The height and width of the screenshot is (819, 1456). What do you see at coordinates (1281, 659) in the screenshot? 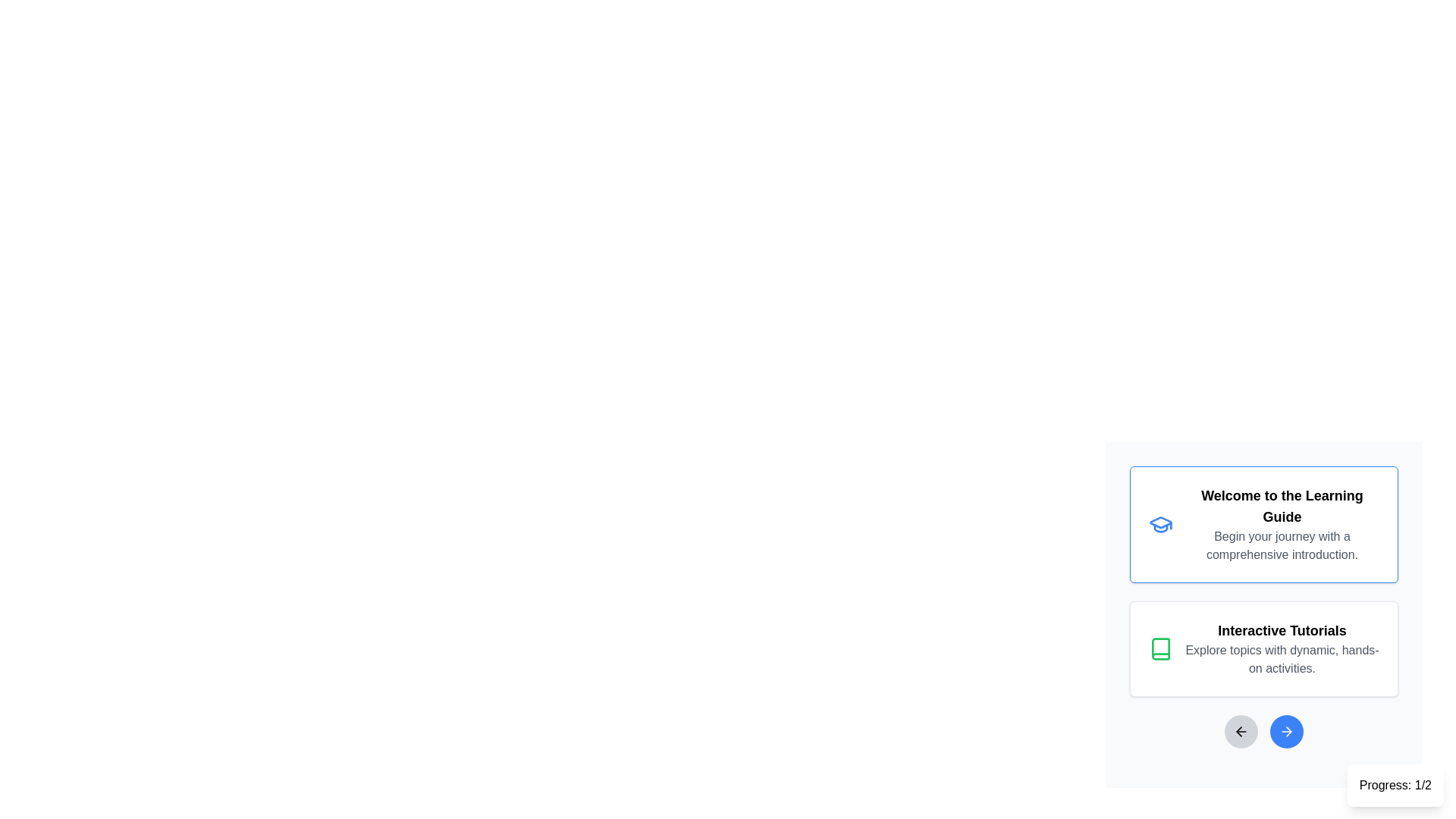
I see `text label that says 'Explore topics with dynamic, hands-on activities.' which is styled with grey color and located below the title 'Interactive Tutorials.'` at bounding box center [1281, 659].